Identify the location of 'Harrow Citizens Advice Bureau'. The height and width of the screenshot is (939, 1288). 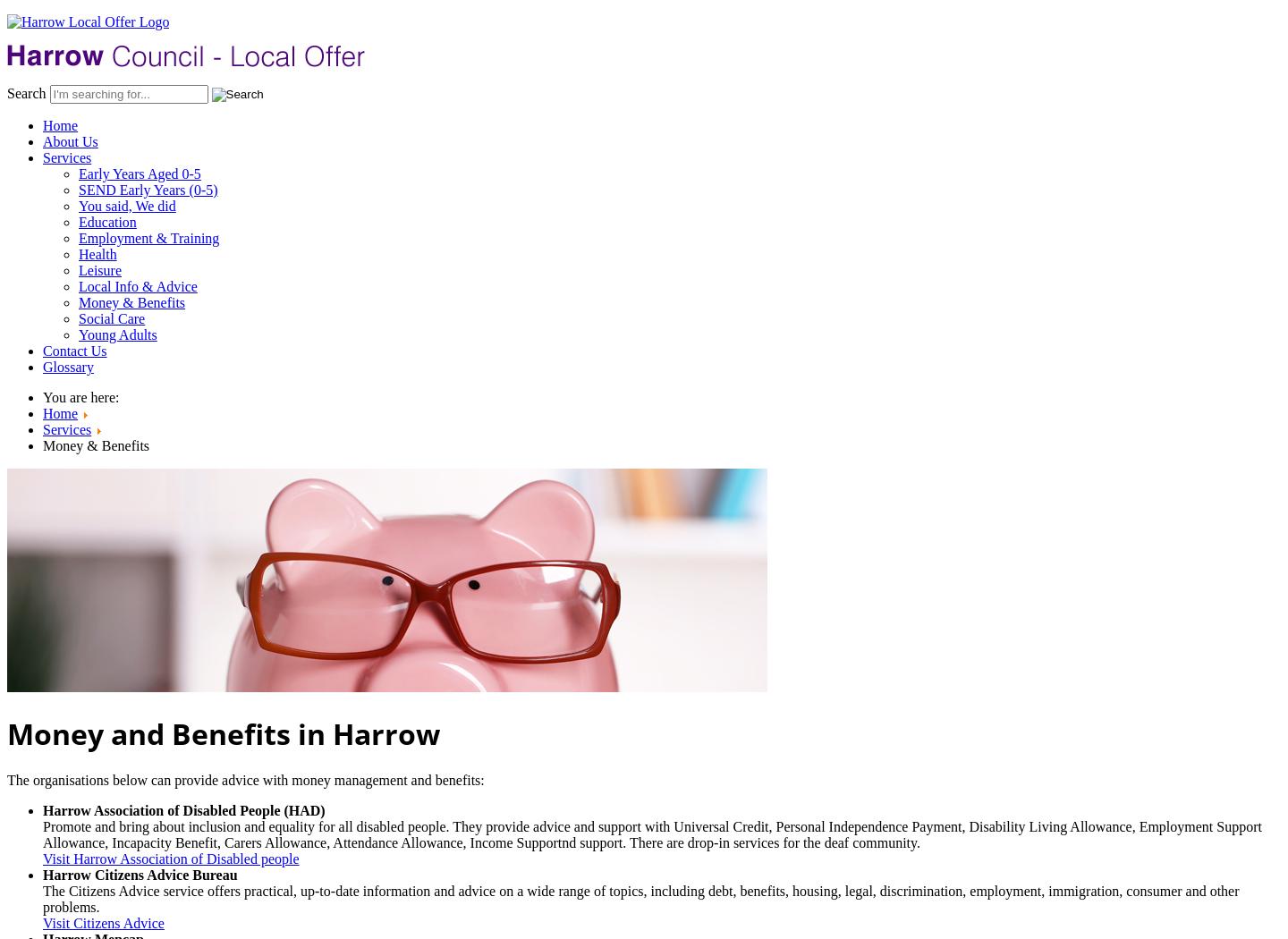
(139, 874).